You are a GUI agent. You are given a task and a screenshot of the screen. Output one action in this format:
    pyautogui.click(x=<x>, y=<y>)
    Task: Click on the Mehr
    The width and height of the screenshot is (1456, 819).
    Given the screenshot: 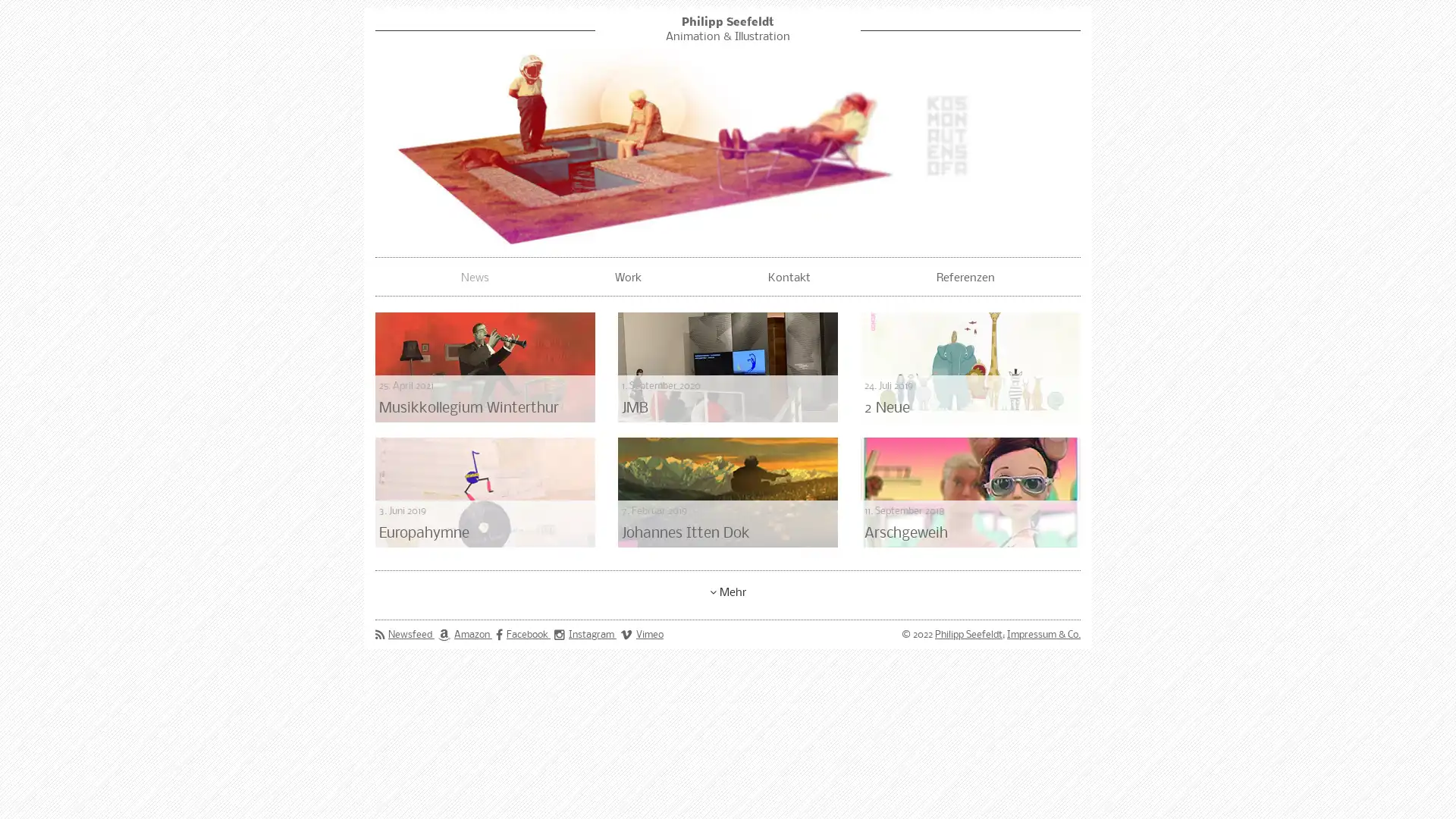 What is the action you would take?
    pyautogui.click(x=728, y=590)
    